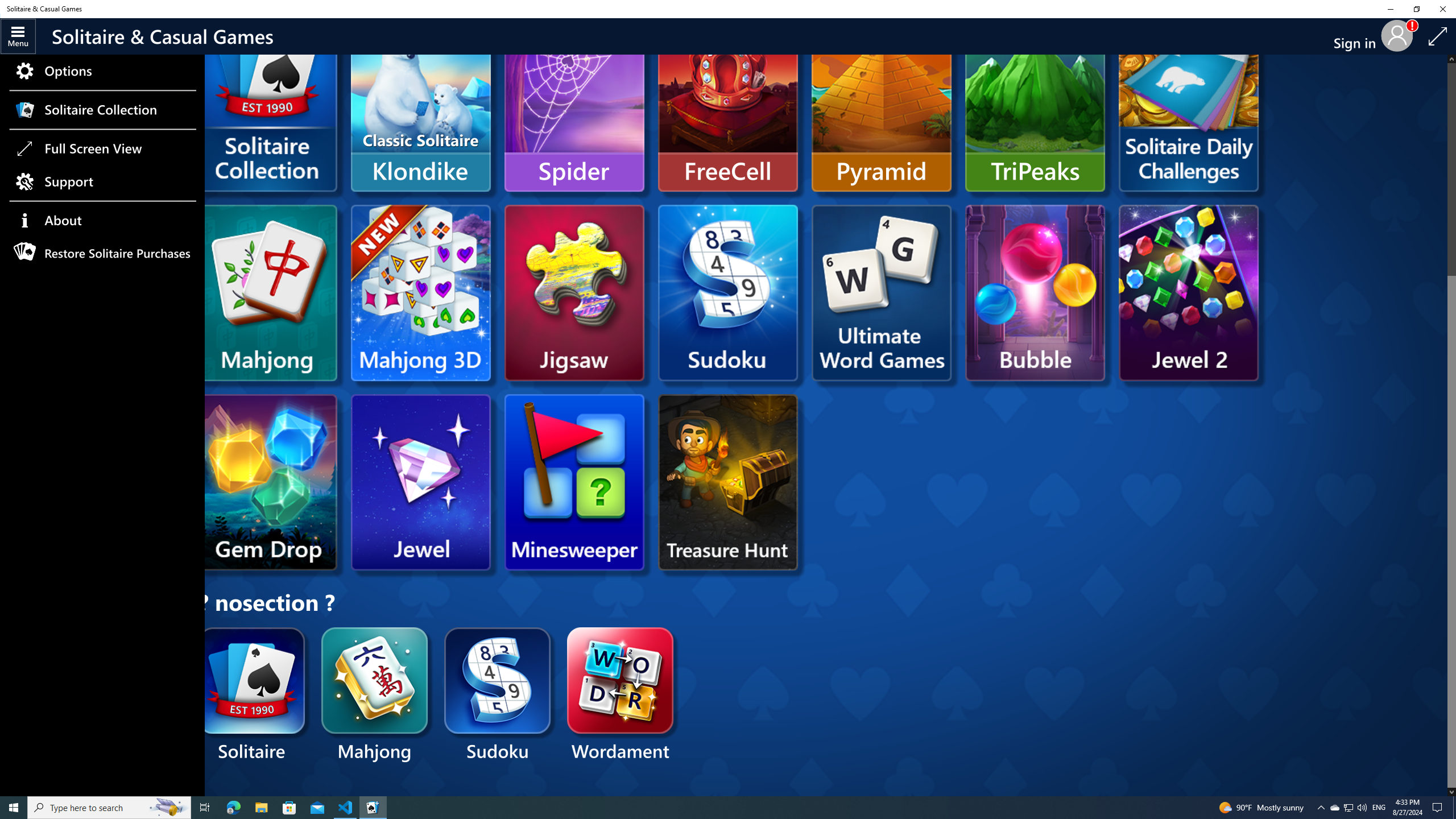  Describe the element at coordinates (1442, 9) in the screenshot. I see `'Close Solitaire & Casual Games'` at that location.